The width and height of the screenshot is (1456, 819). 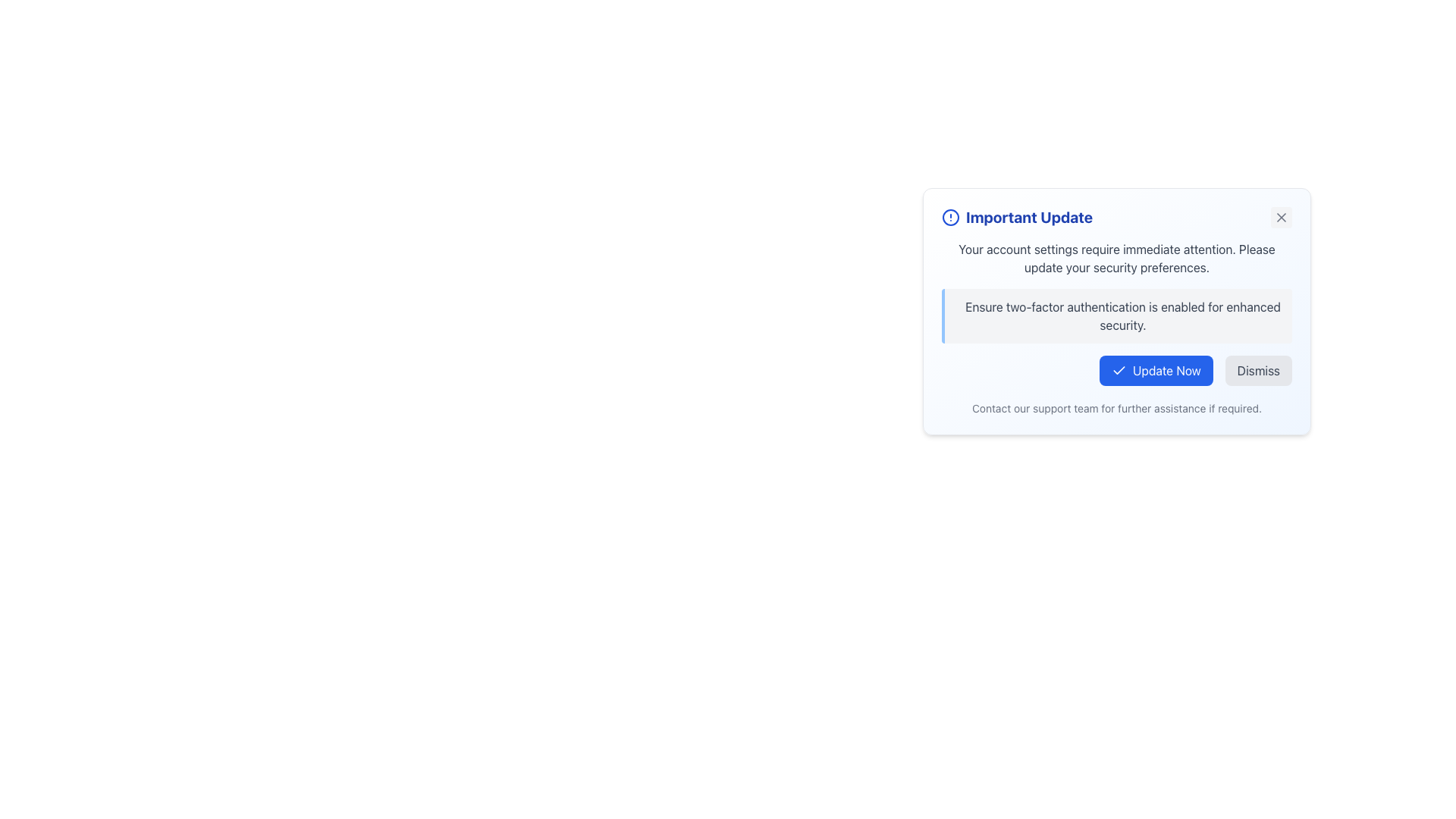 I want to click on the close button represented by an 'X' icon in the top-right corner of the 'Important Update' dialog box, so click(x=1280, y=217).